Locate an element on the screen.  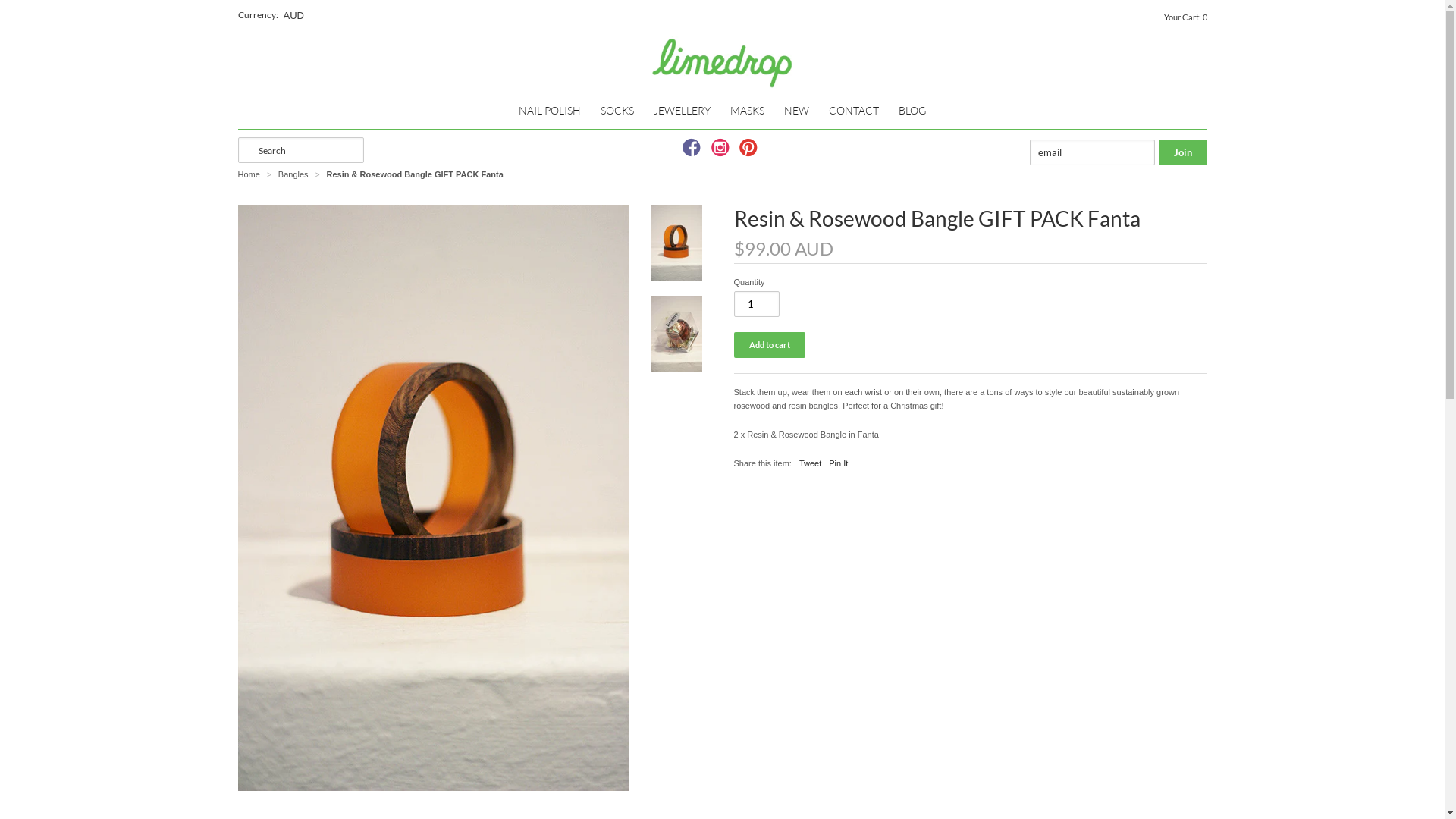
'Follow us on Pinterest' is located at coordinates (750, 152).